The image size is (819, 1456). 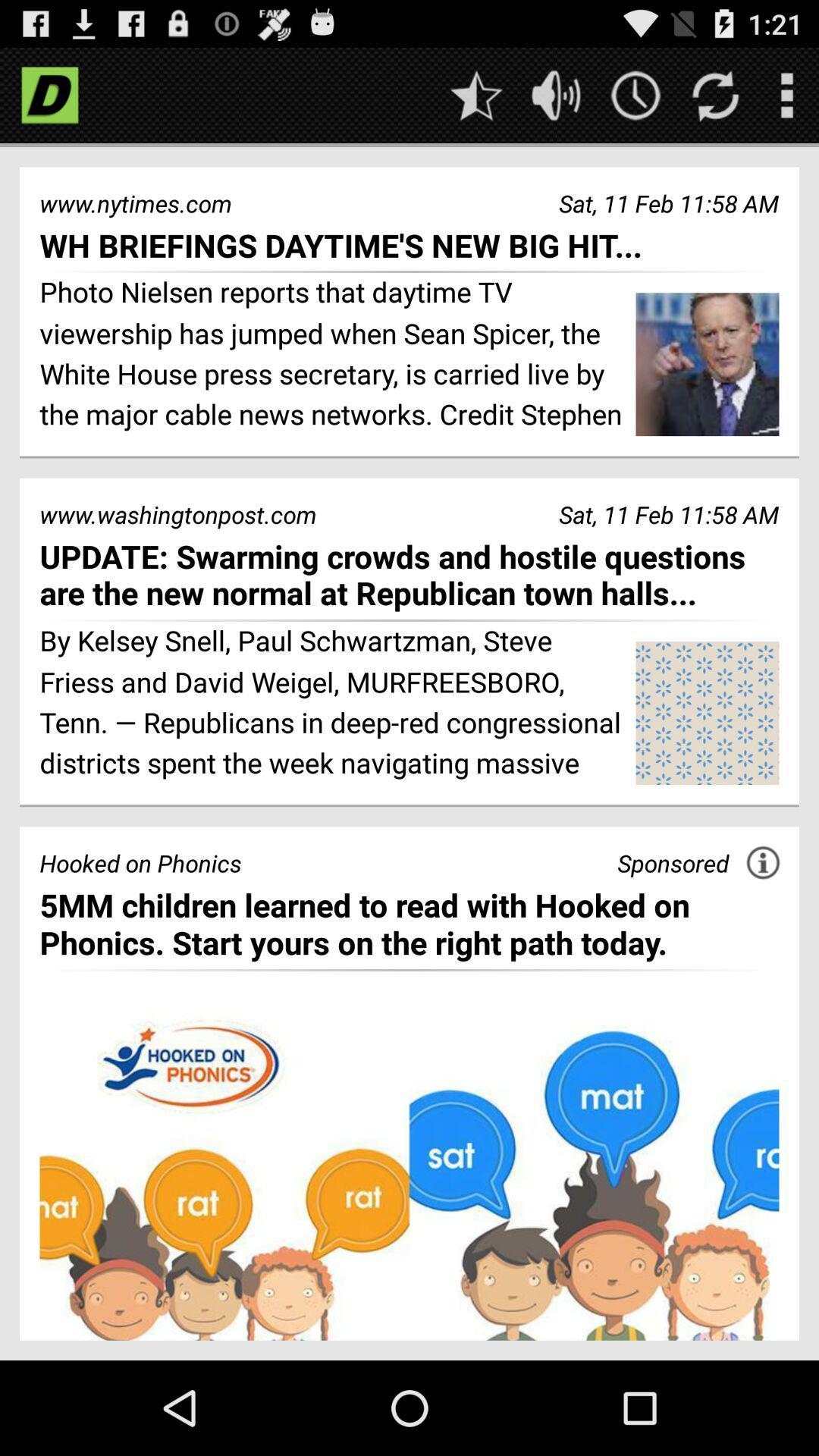 What do you see at coordinates (409, 574) in the screenshot?
I see `icon below the www.washingtonpost.com item` at bounding box center [409, 574].